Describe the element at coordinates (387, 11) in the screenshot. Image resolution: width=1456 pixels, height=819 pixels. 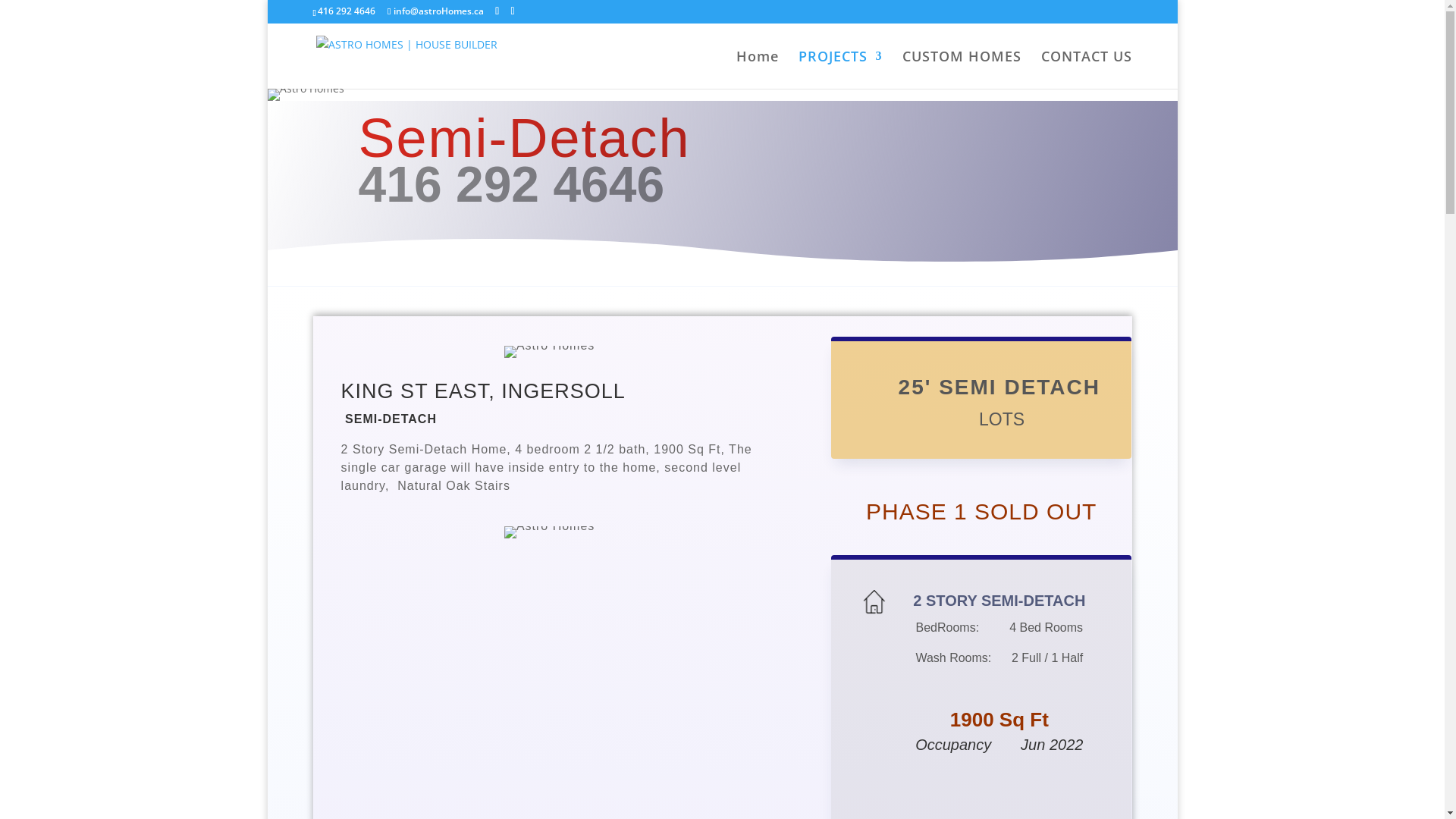
I see `'info@astroHomes.ca'` at that location.